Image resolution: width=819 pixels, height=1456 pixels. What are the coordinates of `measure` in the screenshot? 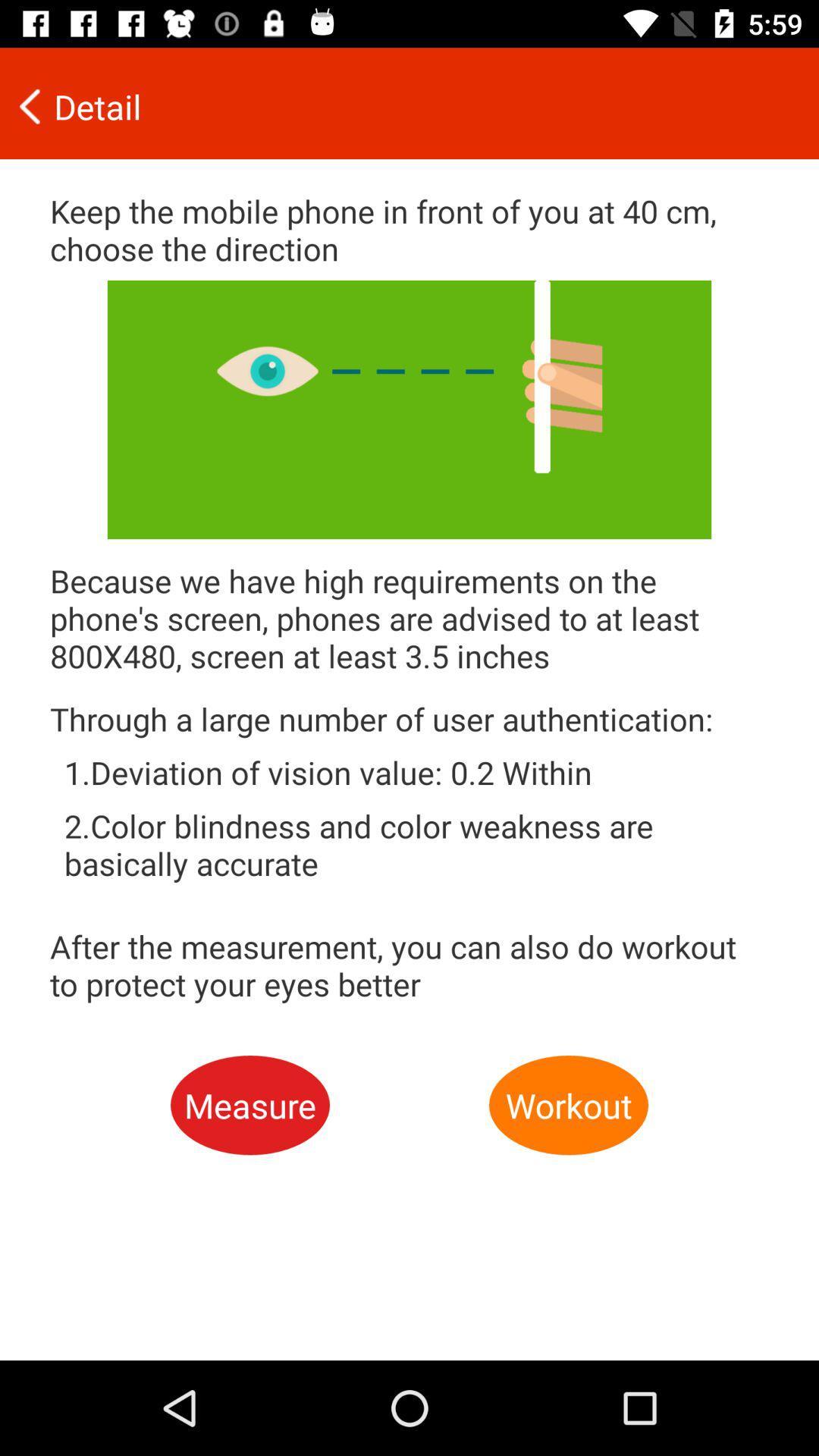 It's located at (249, 1105).